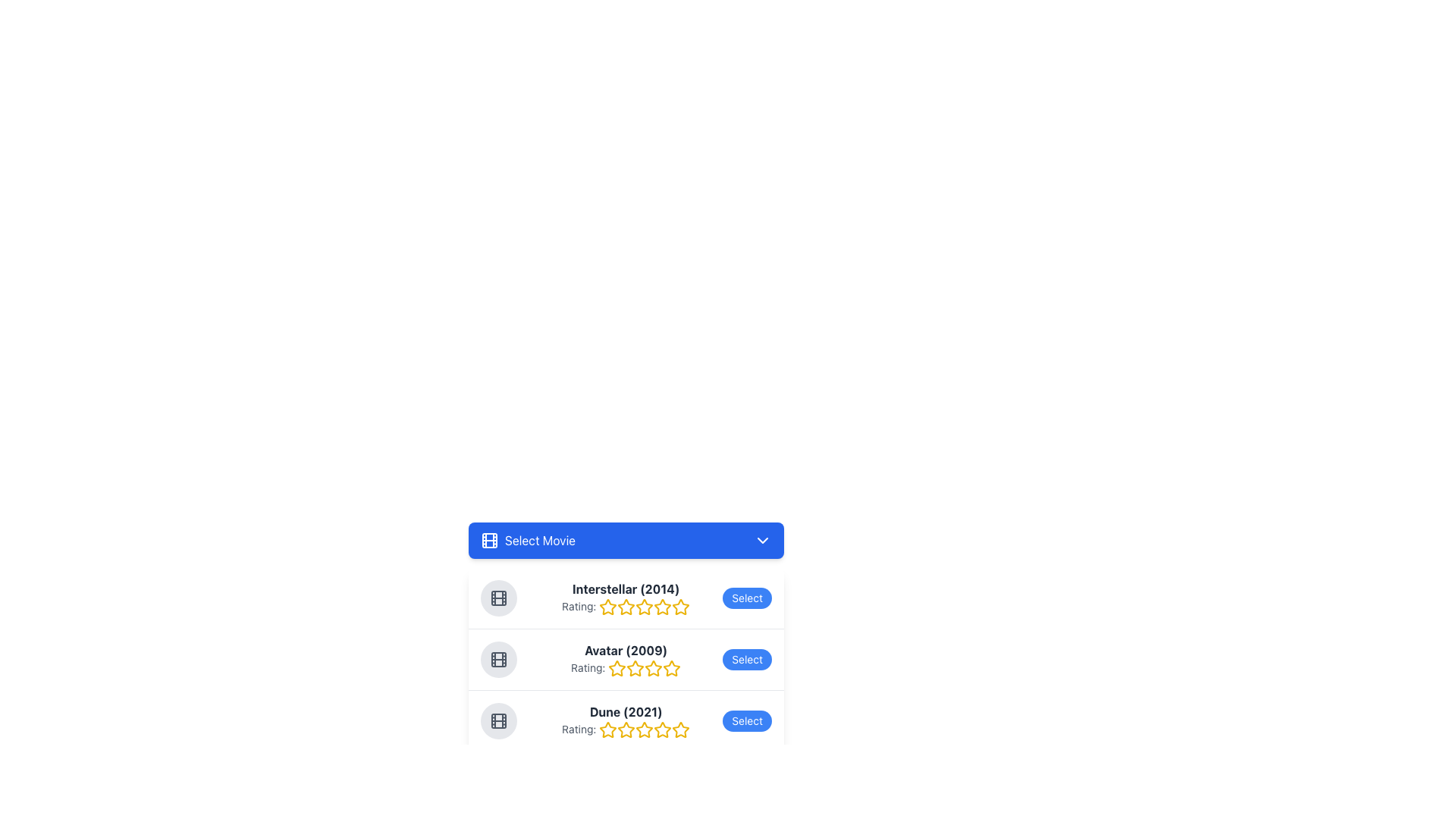 The image size is (1456, 819). I want to click on the hollow star icon with a yellow border next to the text 'Dune (2021)' in the movie rating section, so click(608, 729).